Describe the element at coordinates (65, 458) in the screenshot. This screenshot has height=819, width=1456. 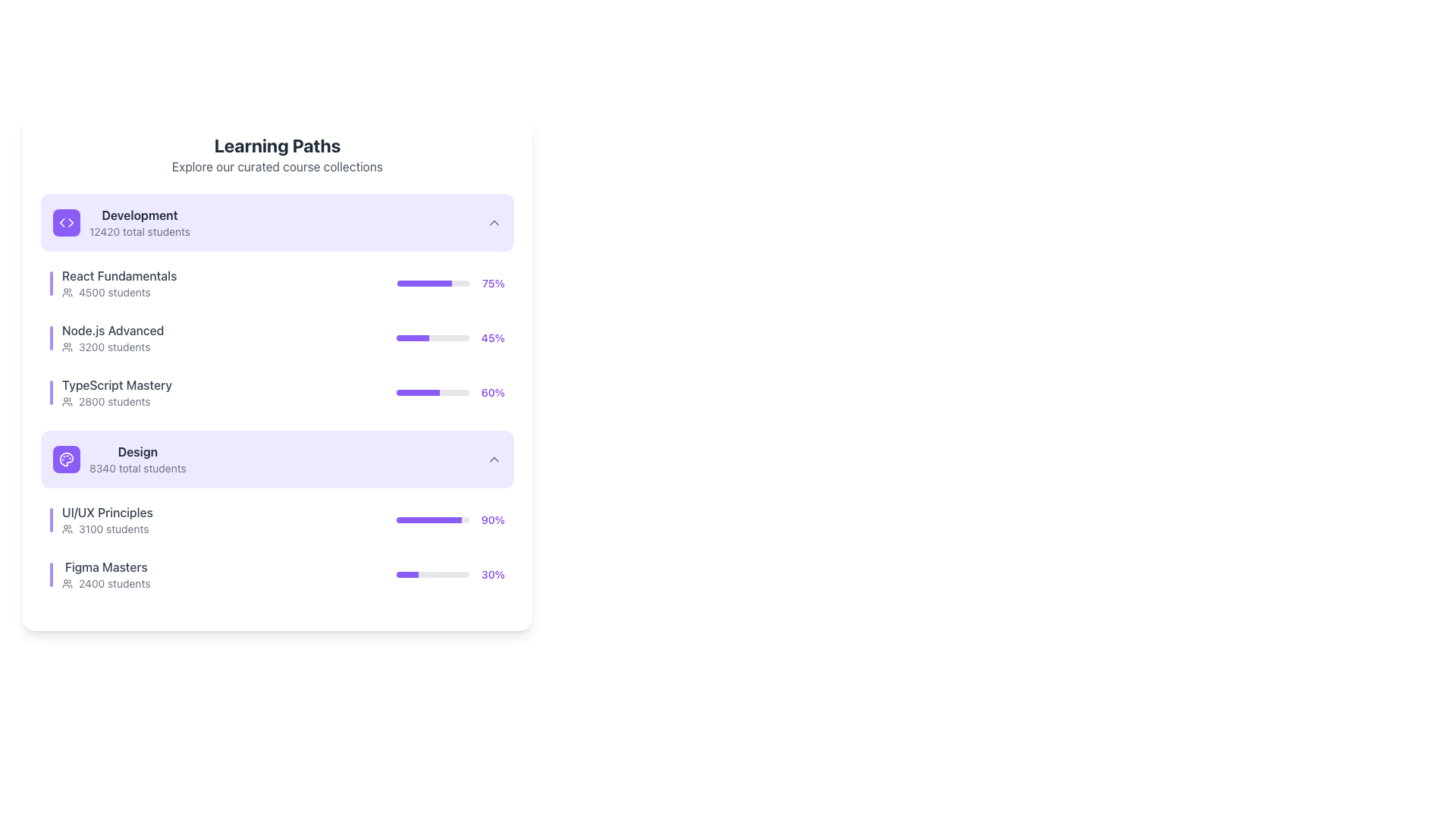
I see `the Icon Button located to the left of the text 'Design 8340 total students' in the 'Design' section of the interface` at that location.